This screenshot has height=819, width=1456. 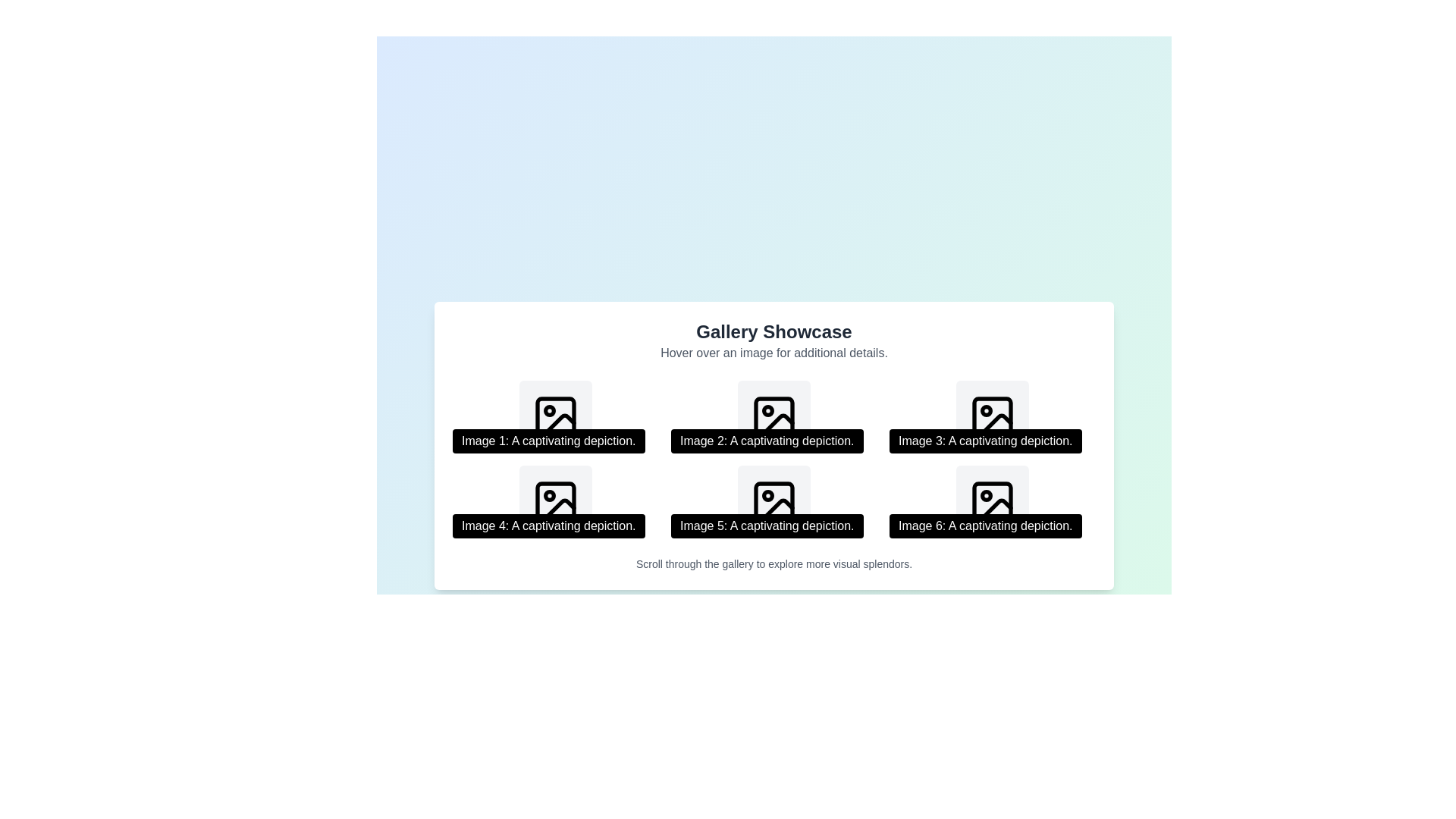 I want to click on the small circular dot within the second icon of the middle row in the gallery display, specifically located in the fifth tile of the grid, so click(x=767, y=411).